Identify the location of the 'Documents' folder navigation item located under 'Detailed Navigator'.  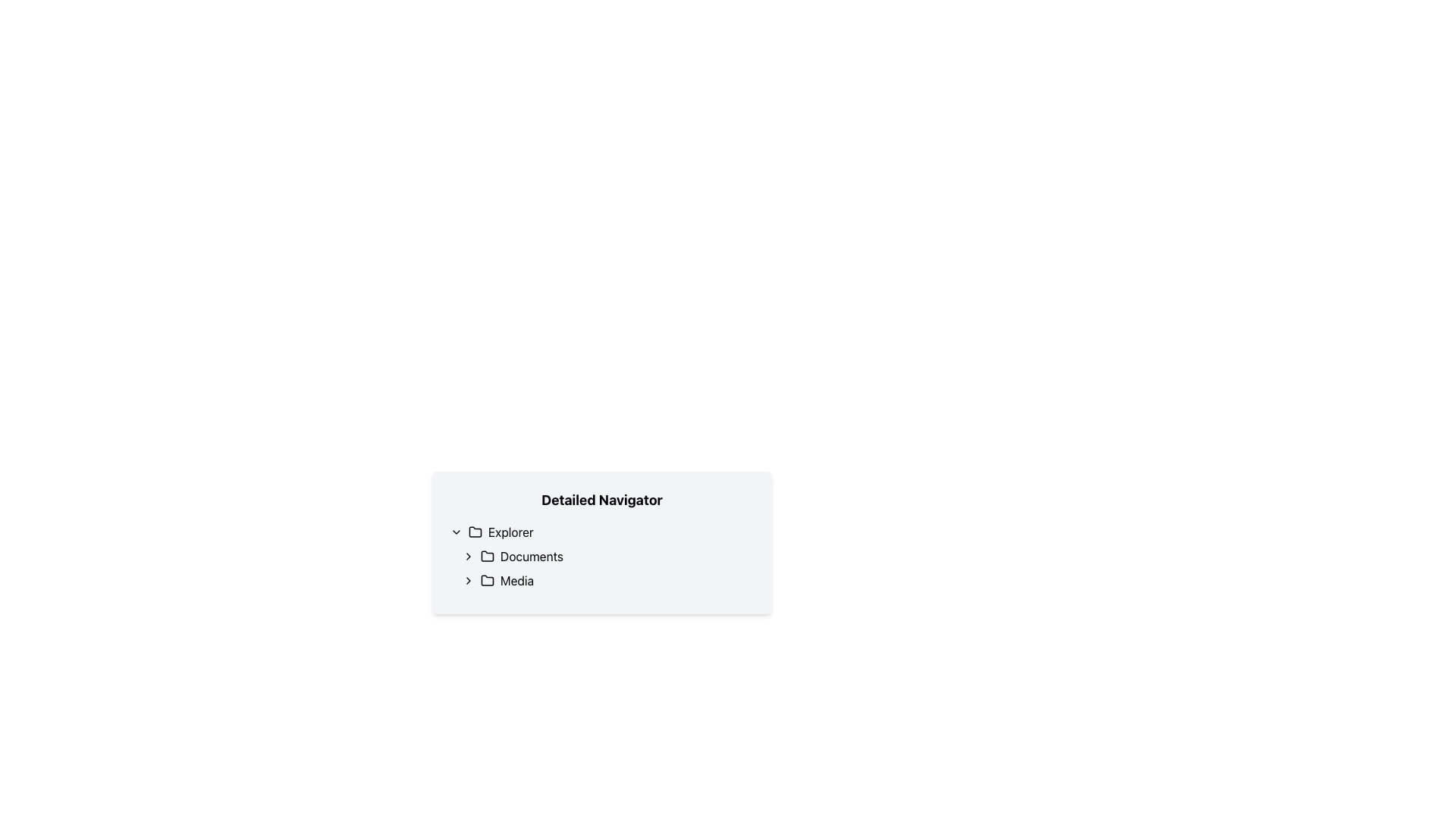
(607, 556).